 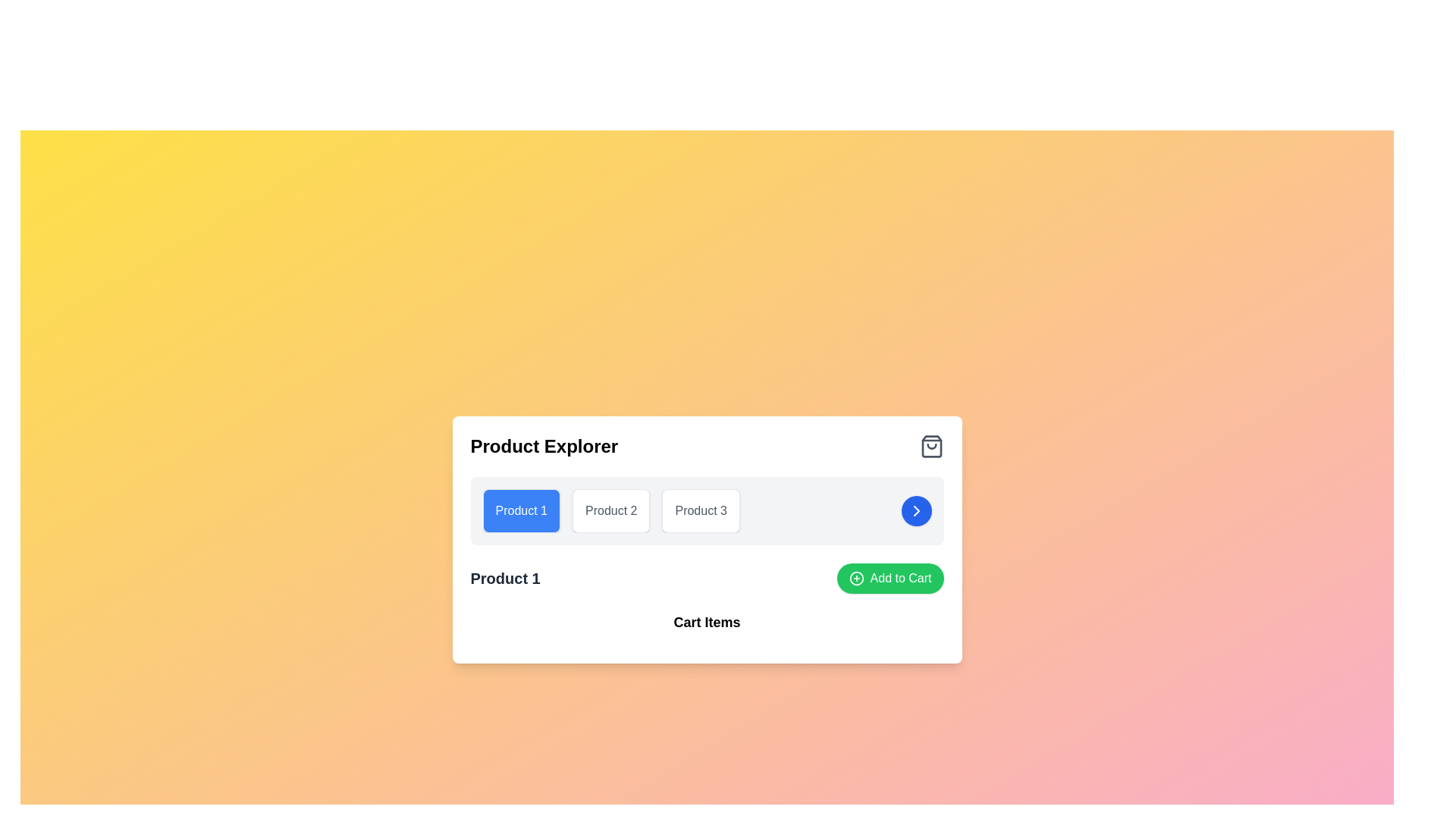 What do you see at coordinates (700, 510) in the screenshot?
I see `the label identifying an item or product in the 'Product Explorer' interface, located between the 'Product 1' button on the left and the 'Product 2' button on the right` at bounding box center [700, 510].